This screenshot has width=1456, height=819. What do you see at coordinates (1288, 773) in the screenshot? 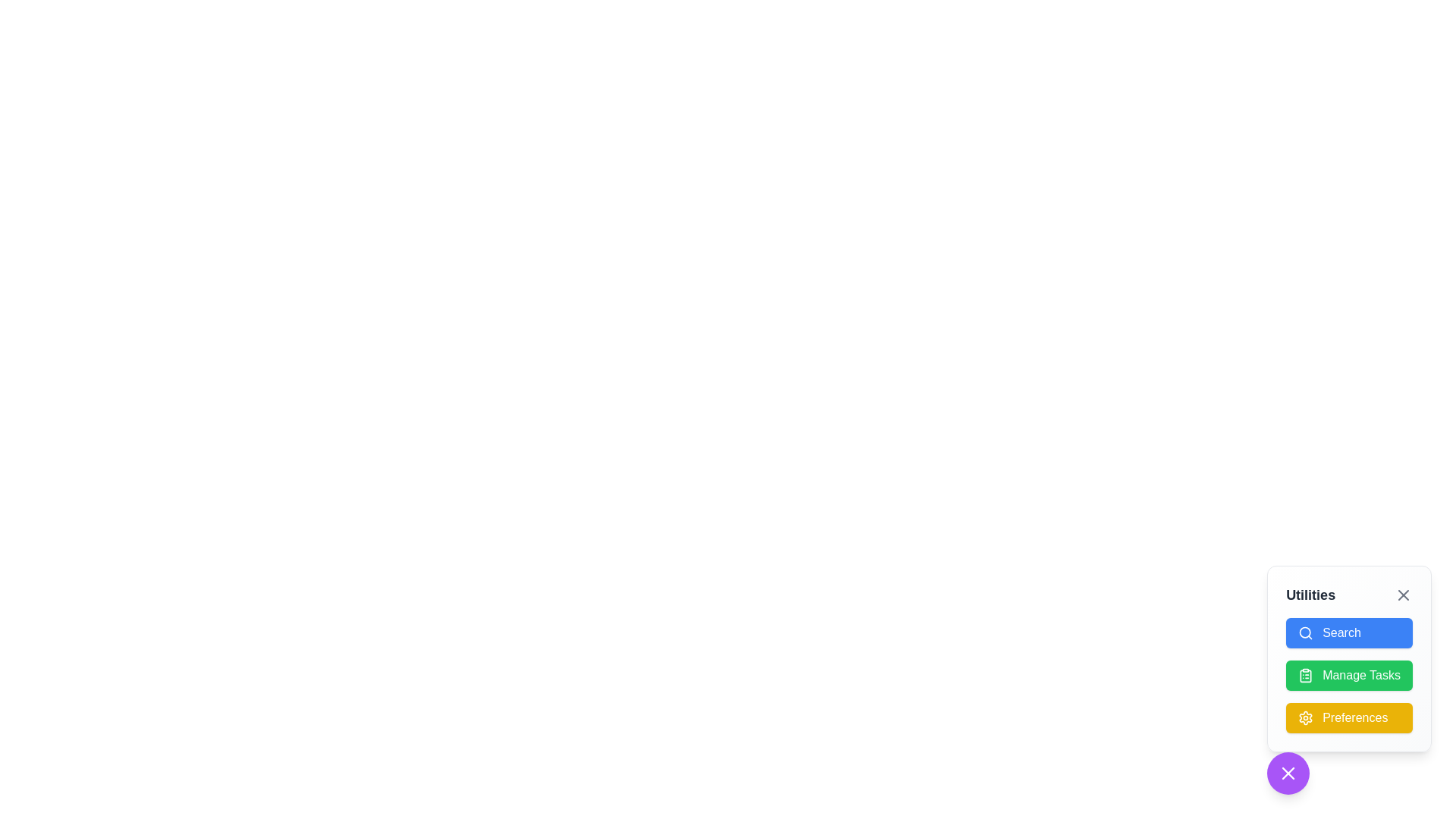
I see `the close button located` at bounding box center [1288, 773].